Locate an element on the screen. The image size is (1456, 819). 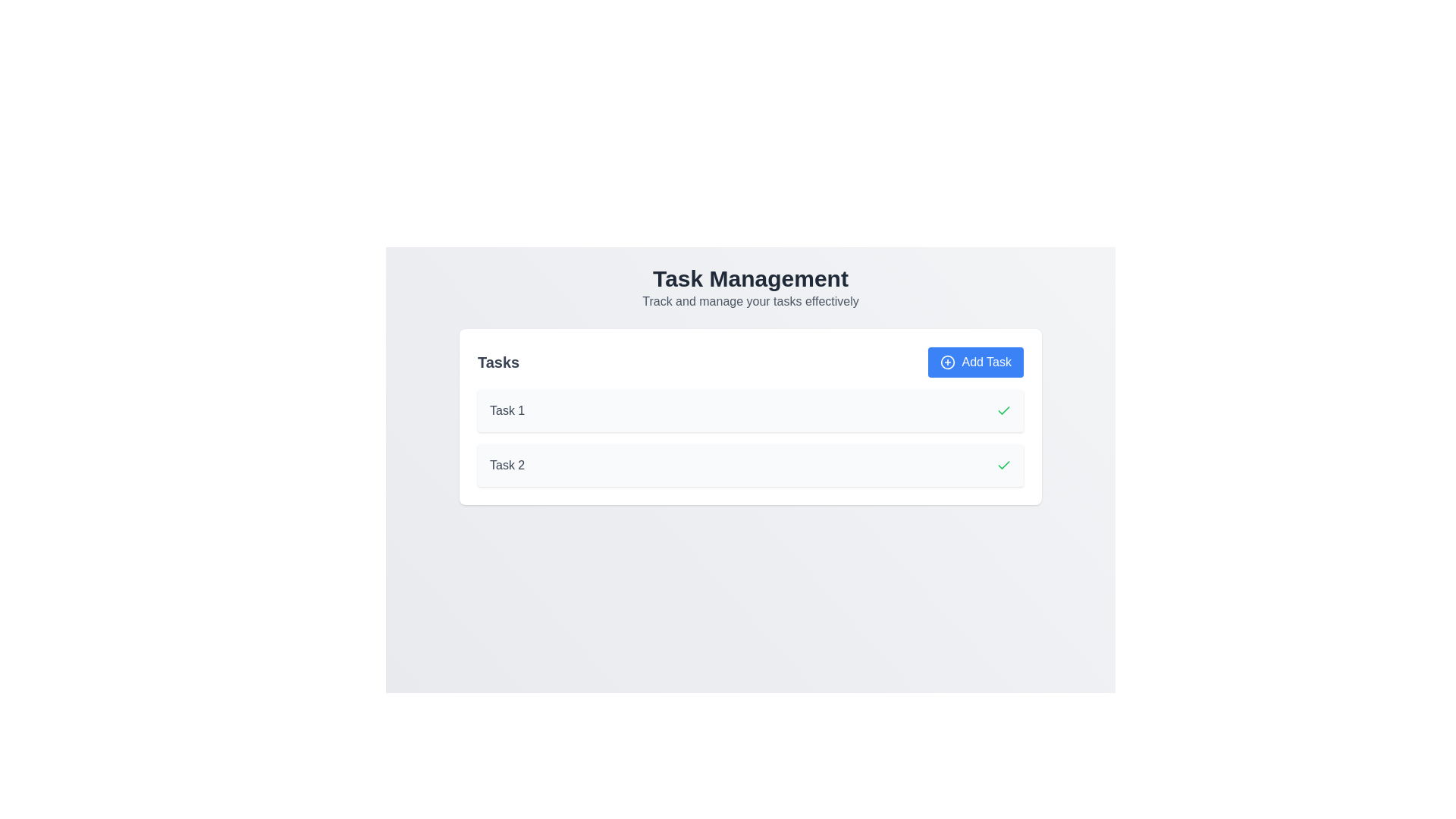
details about the task card labeled 'Task 1', which is the first component in the 'Tasks' section, by clicking on it is located at coordinates (750, 411).